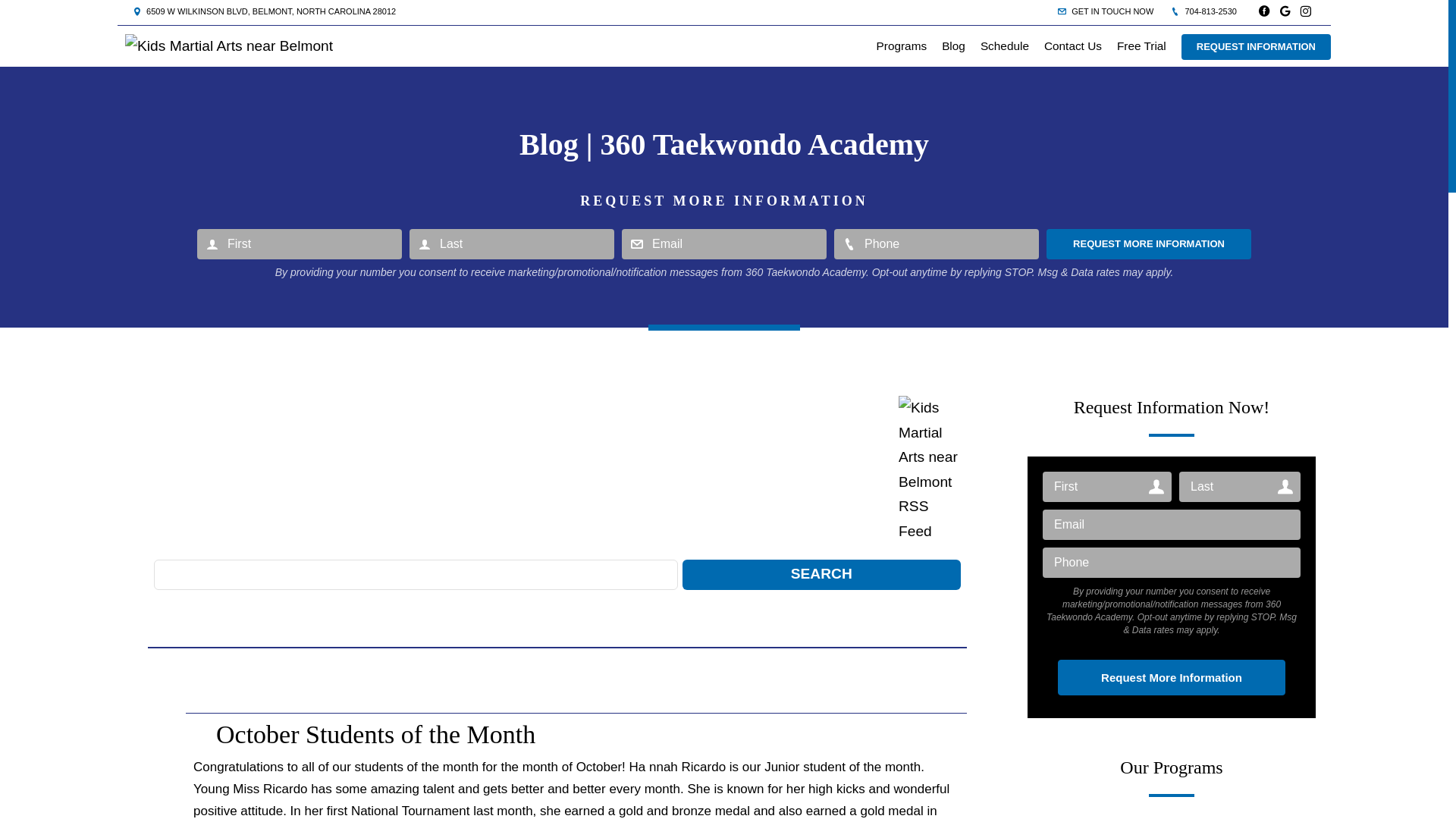 Image resolution: width=1456 pixels, height=819 pixels. What do you see at coordinates (1149, 243) in the screenshot?
I see `'Request More Information'` at bounding box center [1149, 243].